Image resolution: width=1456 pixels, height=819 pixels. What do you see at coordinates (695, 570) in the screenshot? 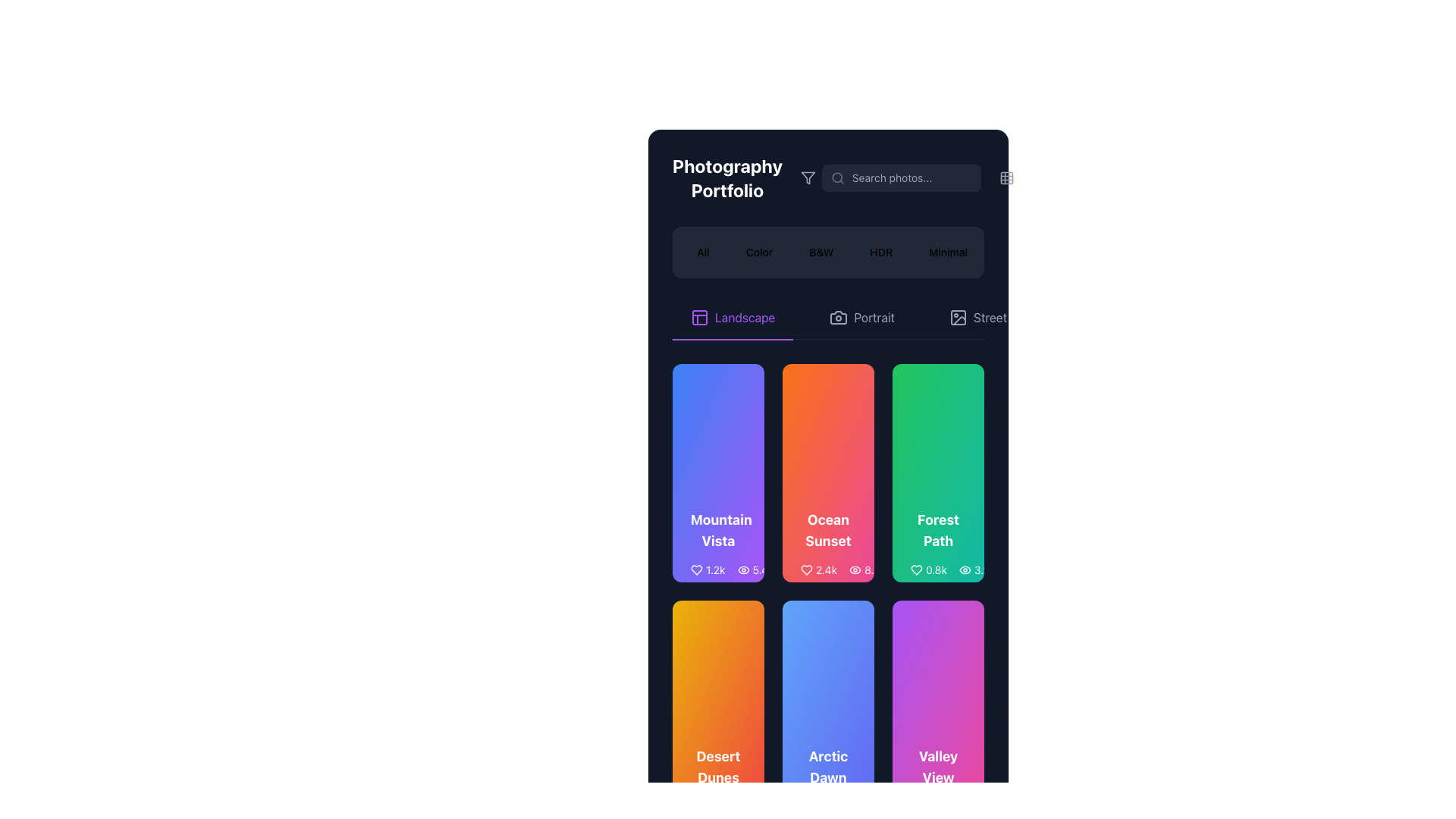
I see `the heart icon located at the bottom-left corner of the 'Mountain Vista' card, which represents a 'like' feature and is accompanied by a popularity metric ('1.2k')` at bounding box center [695, 570].